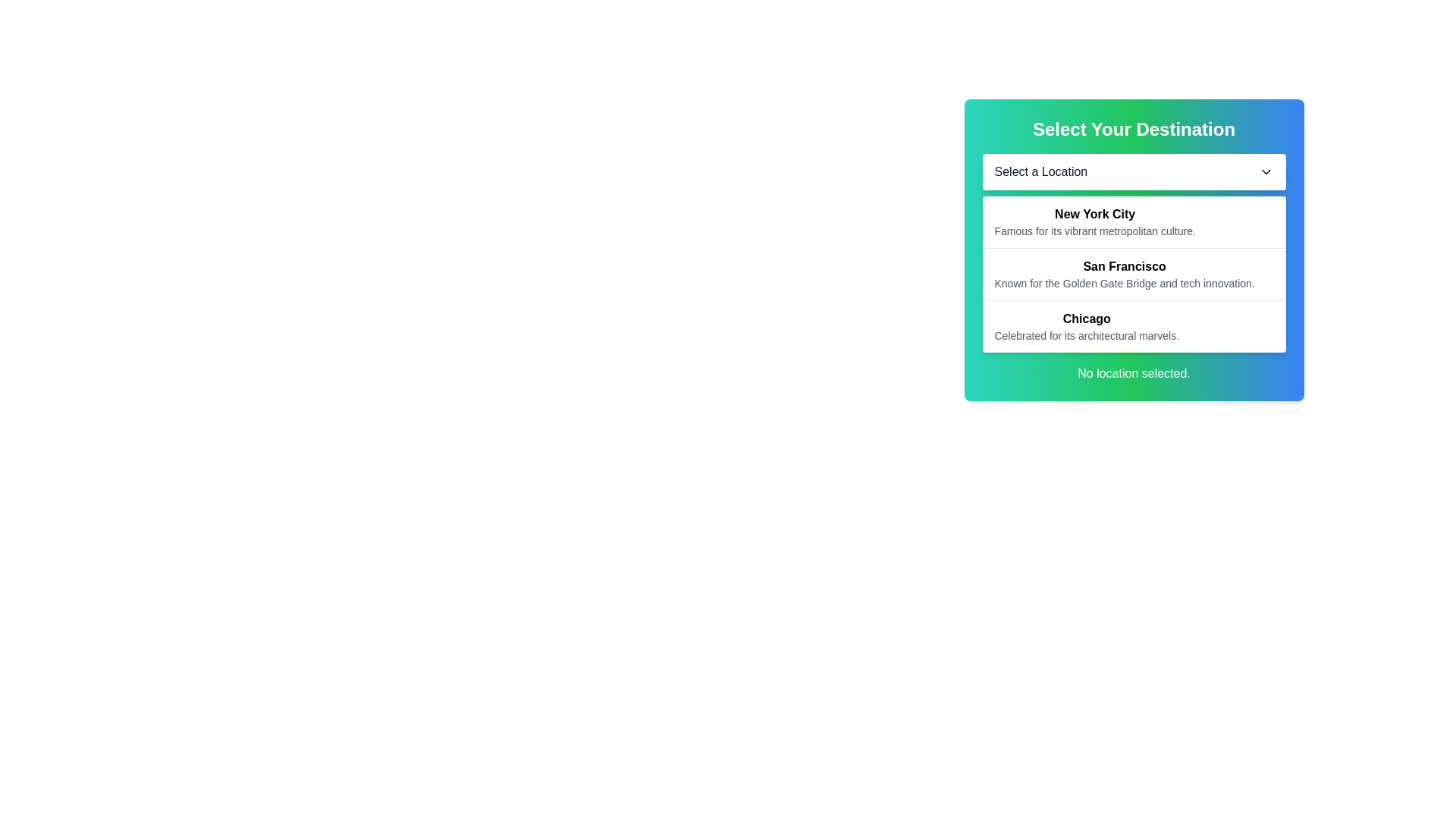 The width and height of the screenshot is (1456, 819). Describe the element at coordinates (1086, 318) in the screenshot. I see `the text label displaying 'Chicago' which is the third destination entry under the 'Select a Location' dropdown` at that location.